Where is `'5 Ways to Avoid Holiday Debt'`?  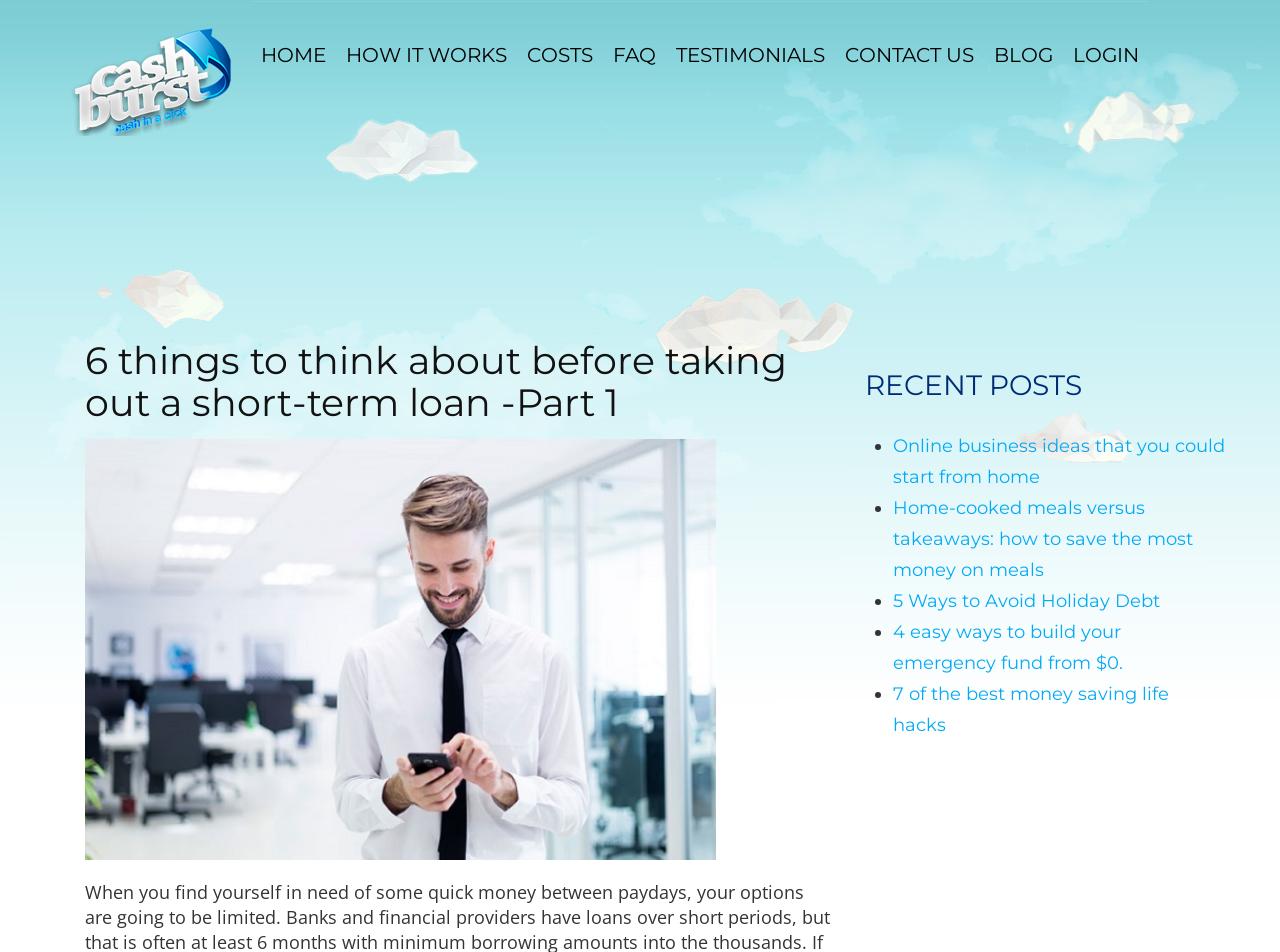 '5 Ways to Avoid Holiday Debt' is located at coordinates (1026, 600).